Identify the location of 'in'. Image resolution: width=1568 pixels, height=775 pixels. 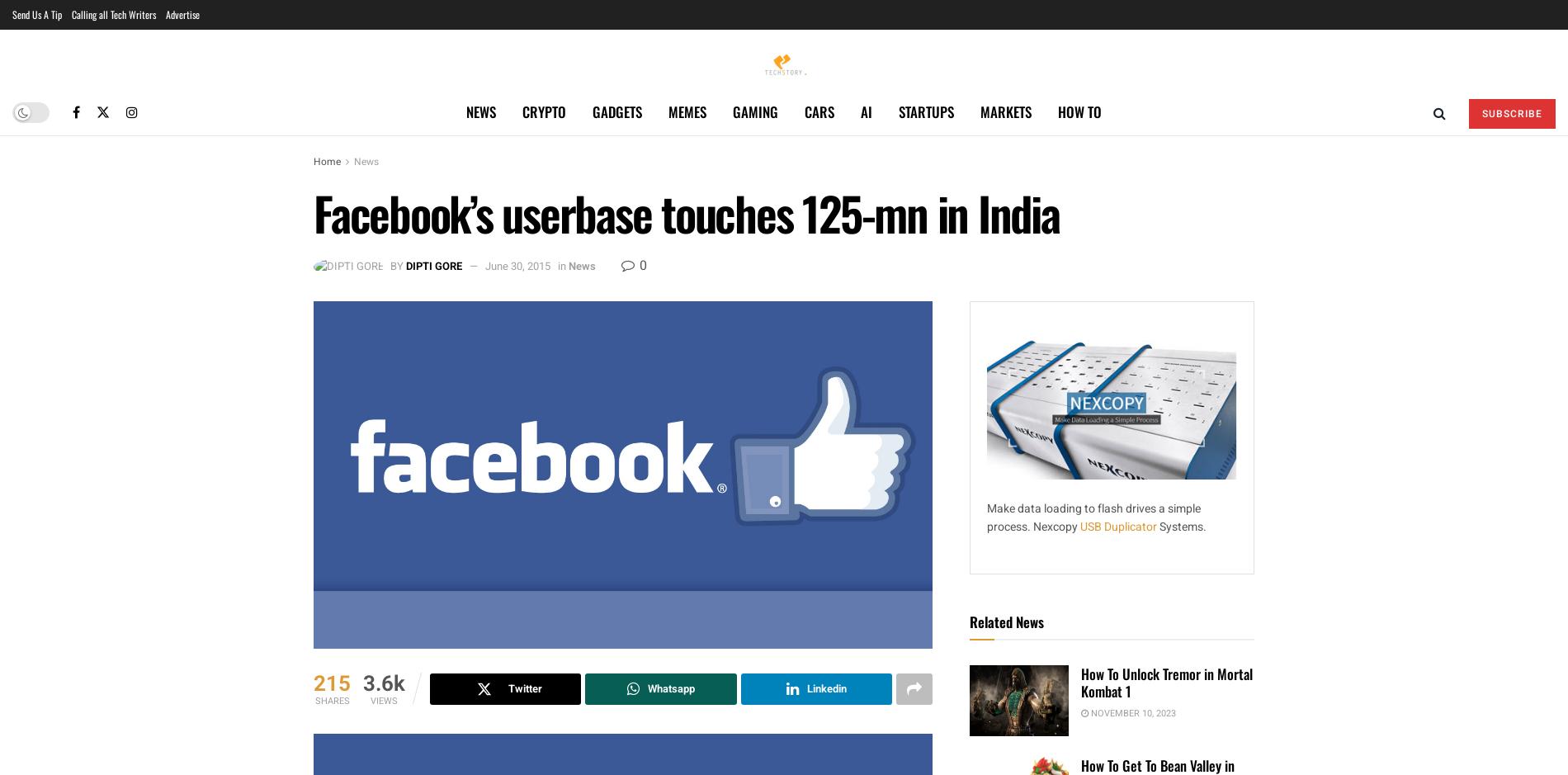
(558, 266).